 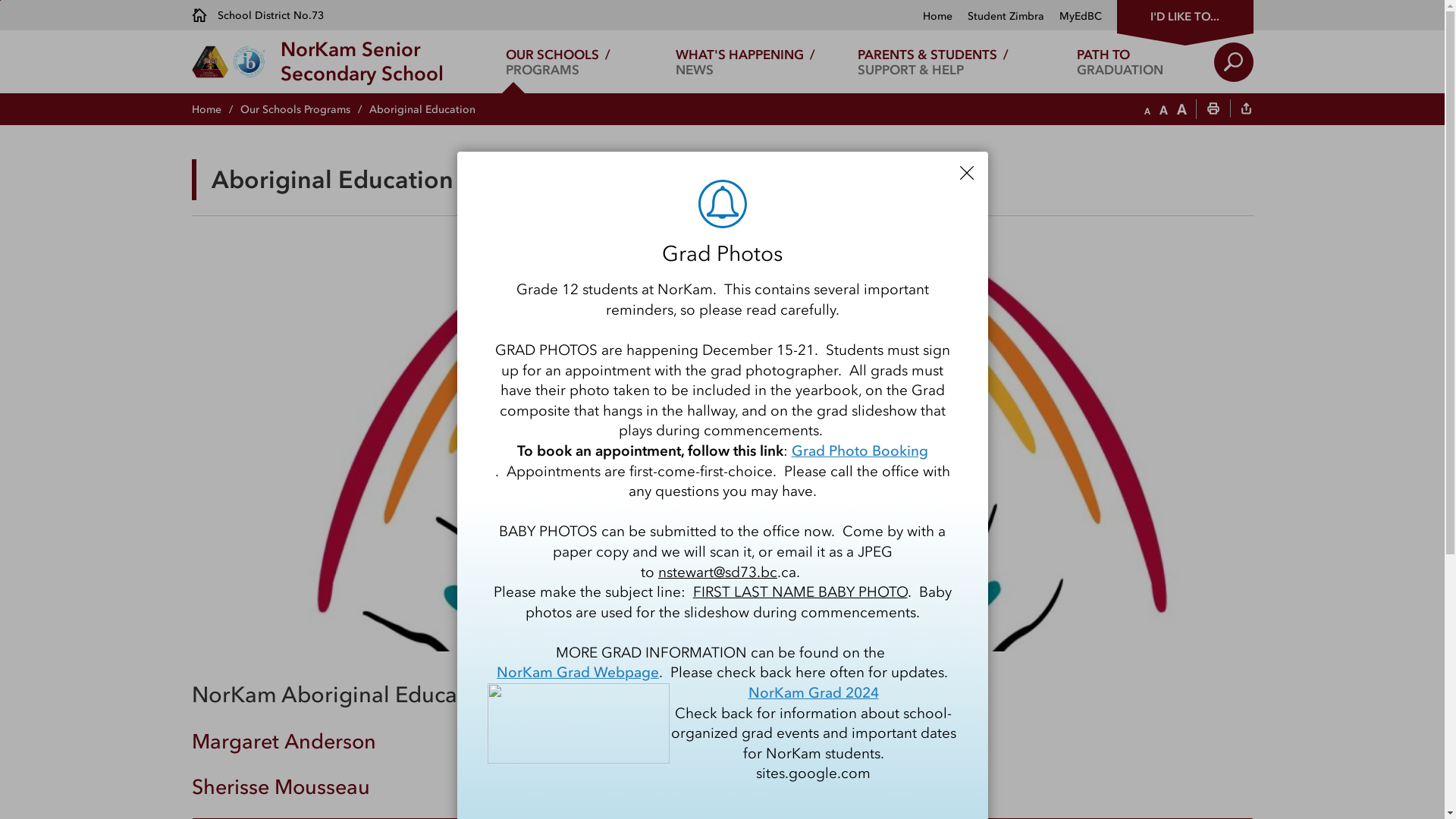 What do you see at coordinates (1072, 16) in the screenshot?
I see `'MyEdBC'` at bounding box center [1072, 16].